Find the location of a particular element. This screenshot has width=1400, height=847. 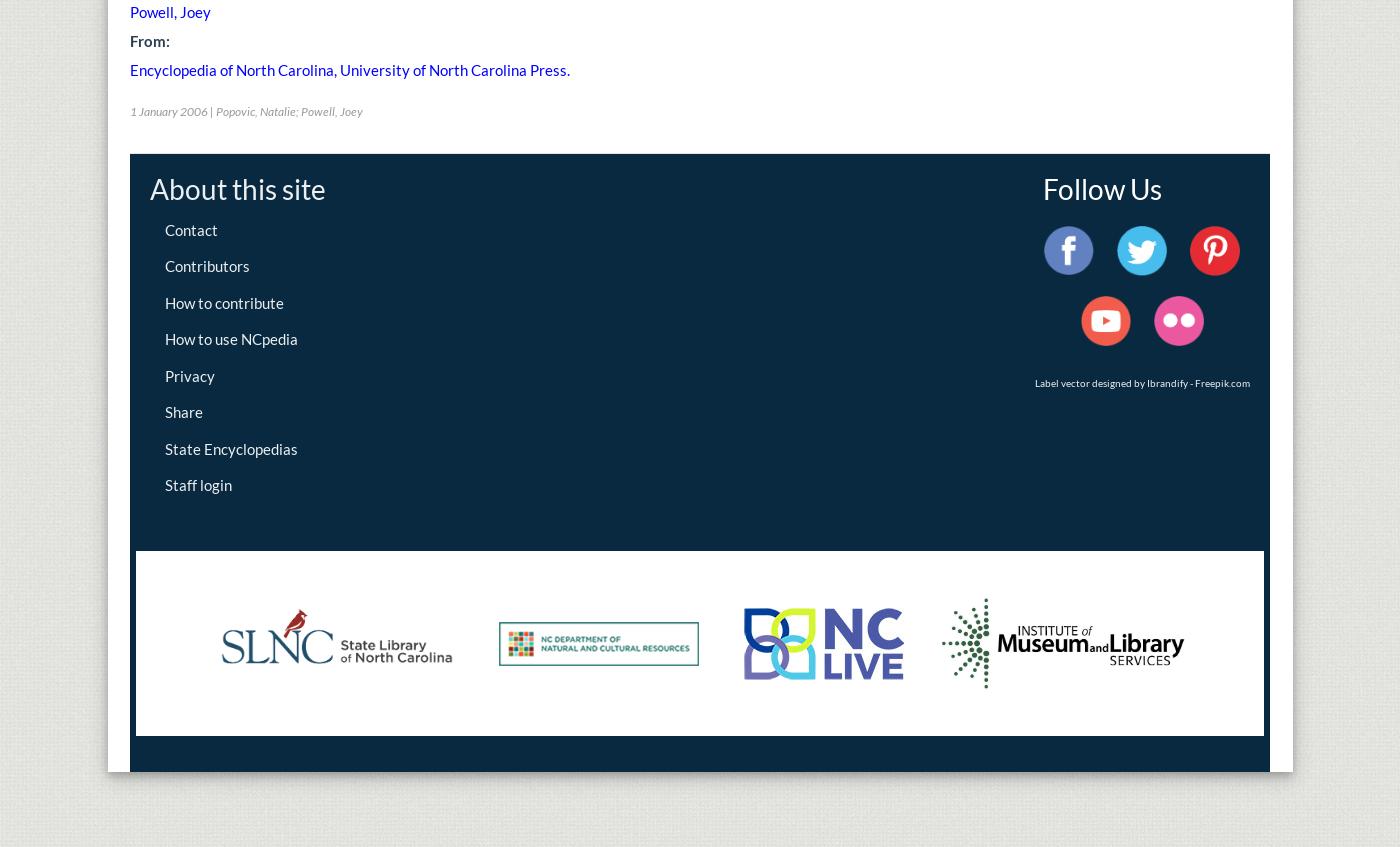

'About this site' is located at coordinates (238, 188).